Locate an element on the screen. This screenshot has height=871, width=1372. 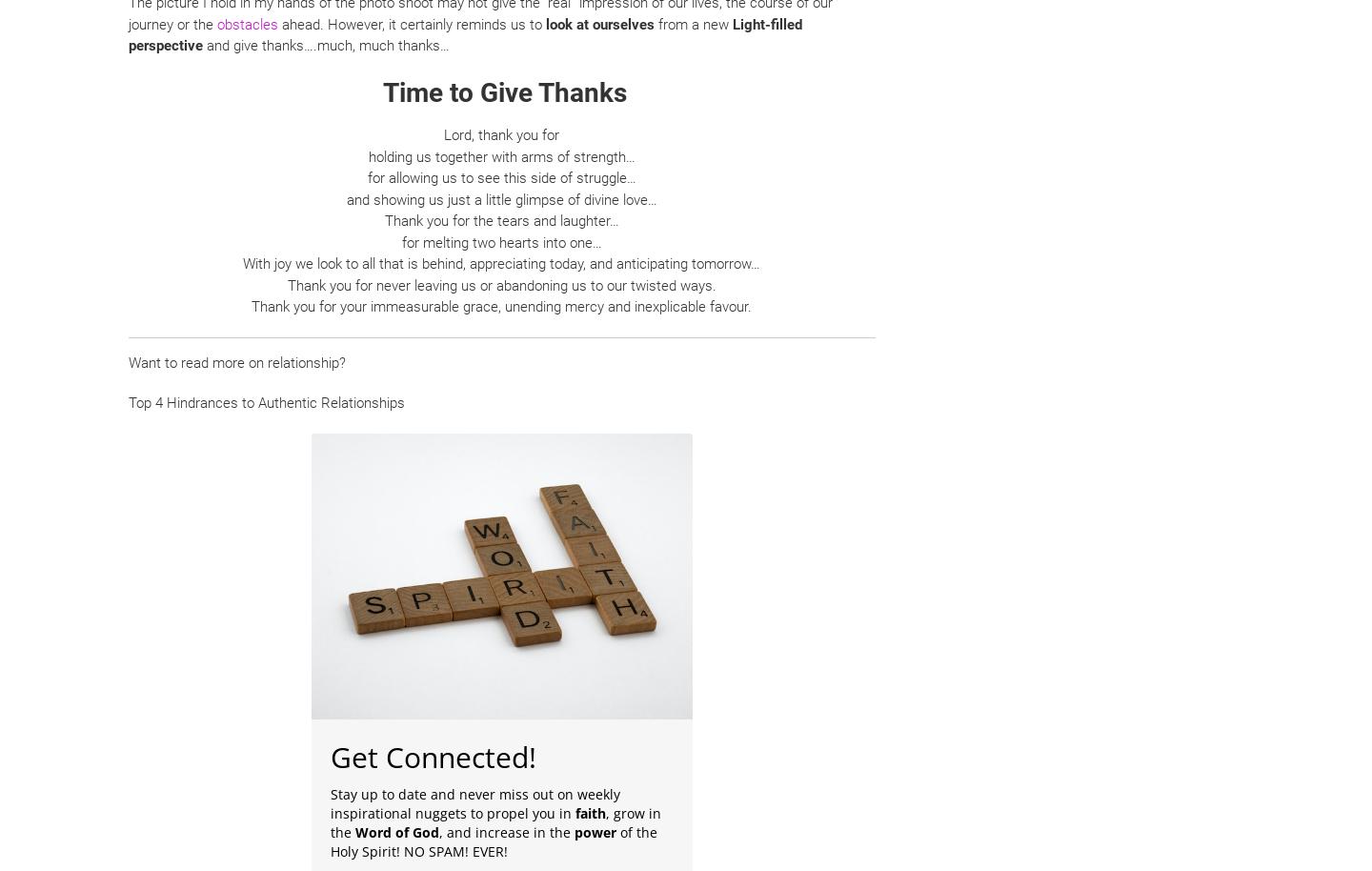
', grow in the' is located at coordinates (494, 821).